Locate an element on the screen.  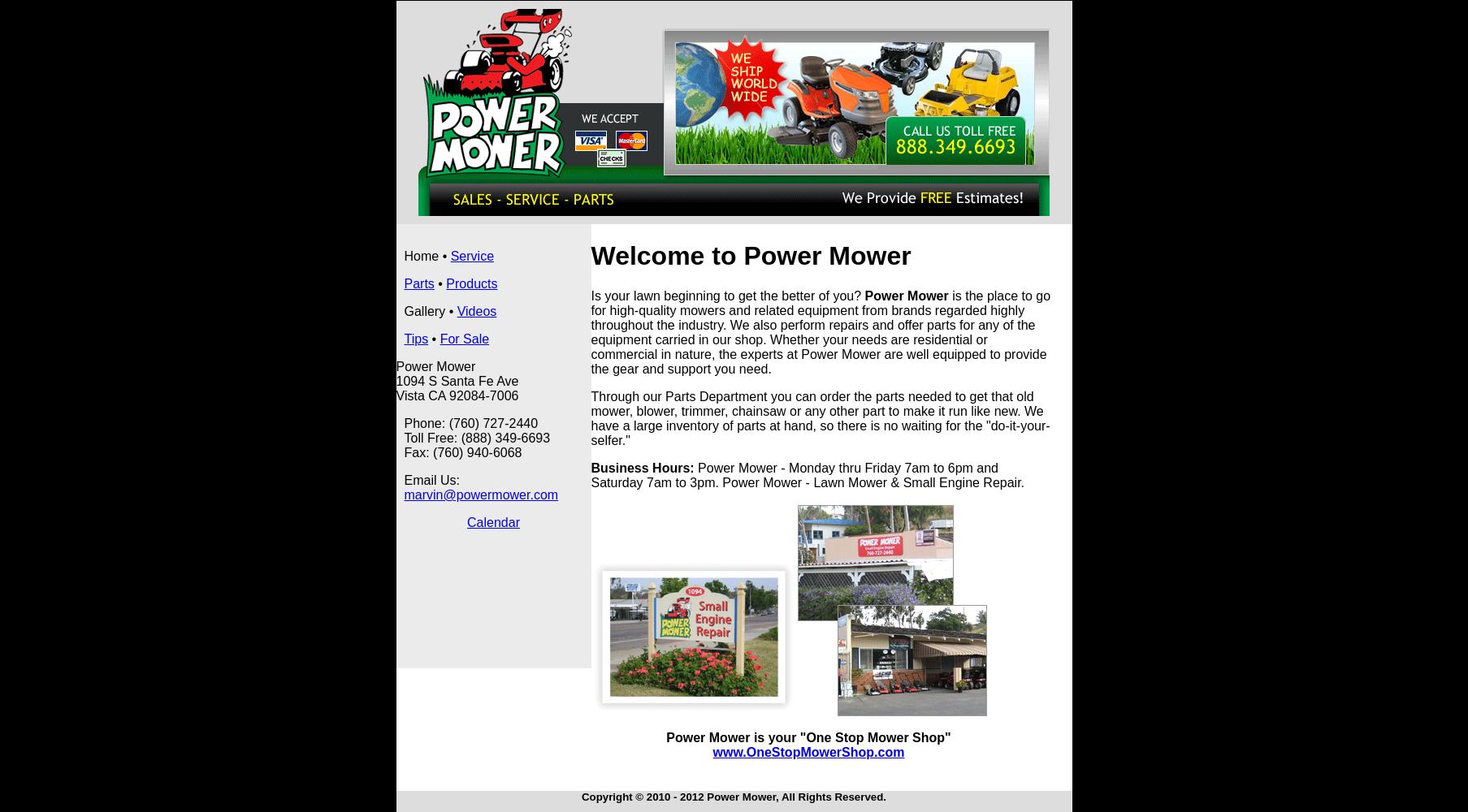
'Welcome to Power Mower' is located at coordinates (749, 255).